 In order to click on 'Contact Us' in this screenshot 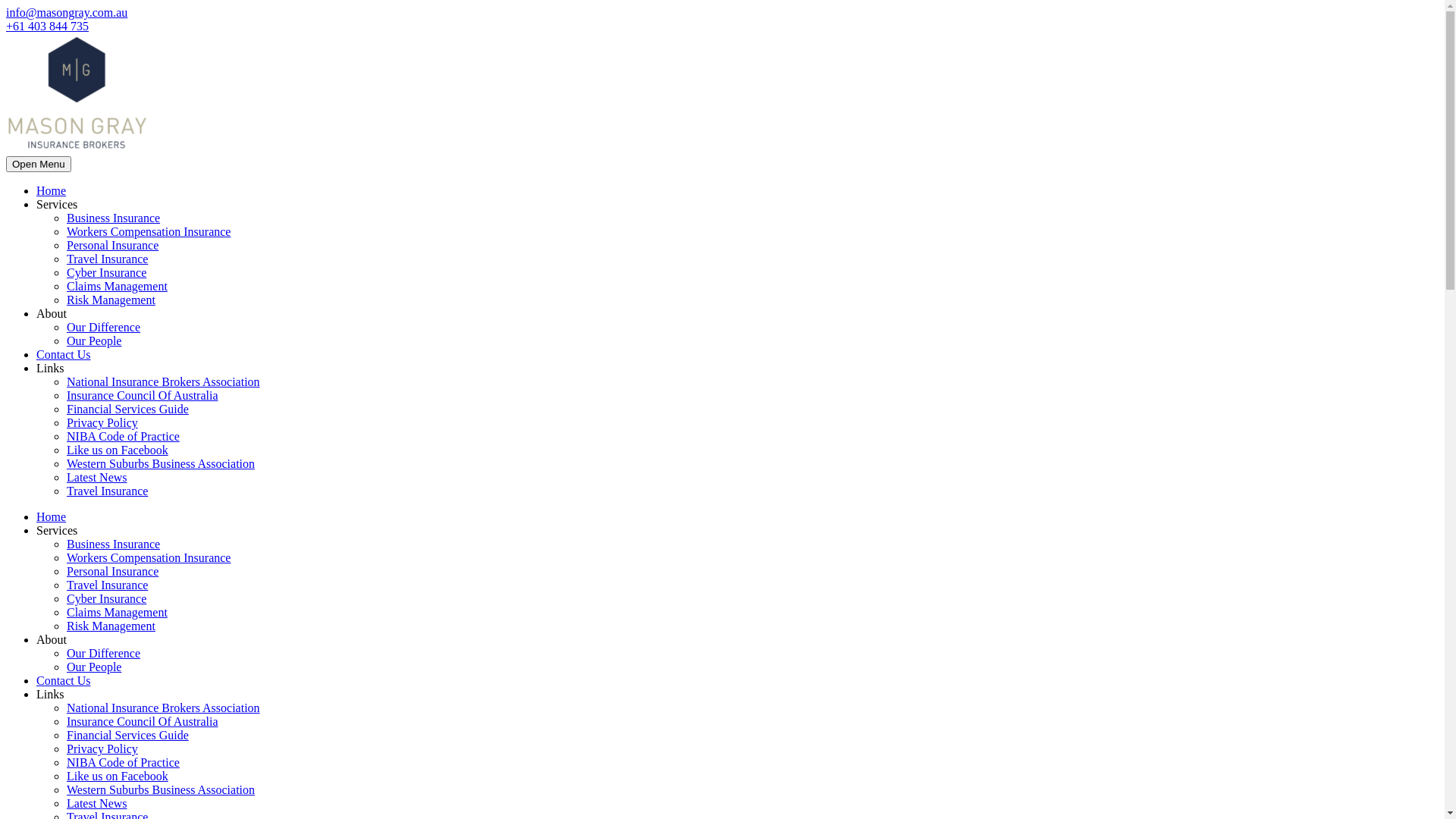, I will do `click(62, 679)`.